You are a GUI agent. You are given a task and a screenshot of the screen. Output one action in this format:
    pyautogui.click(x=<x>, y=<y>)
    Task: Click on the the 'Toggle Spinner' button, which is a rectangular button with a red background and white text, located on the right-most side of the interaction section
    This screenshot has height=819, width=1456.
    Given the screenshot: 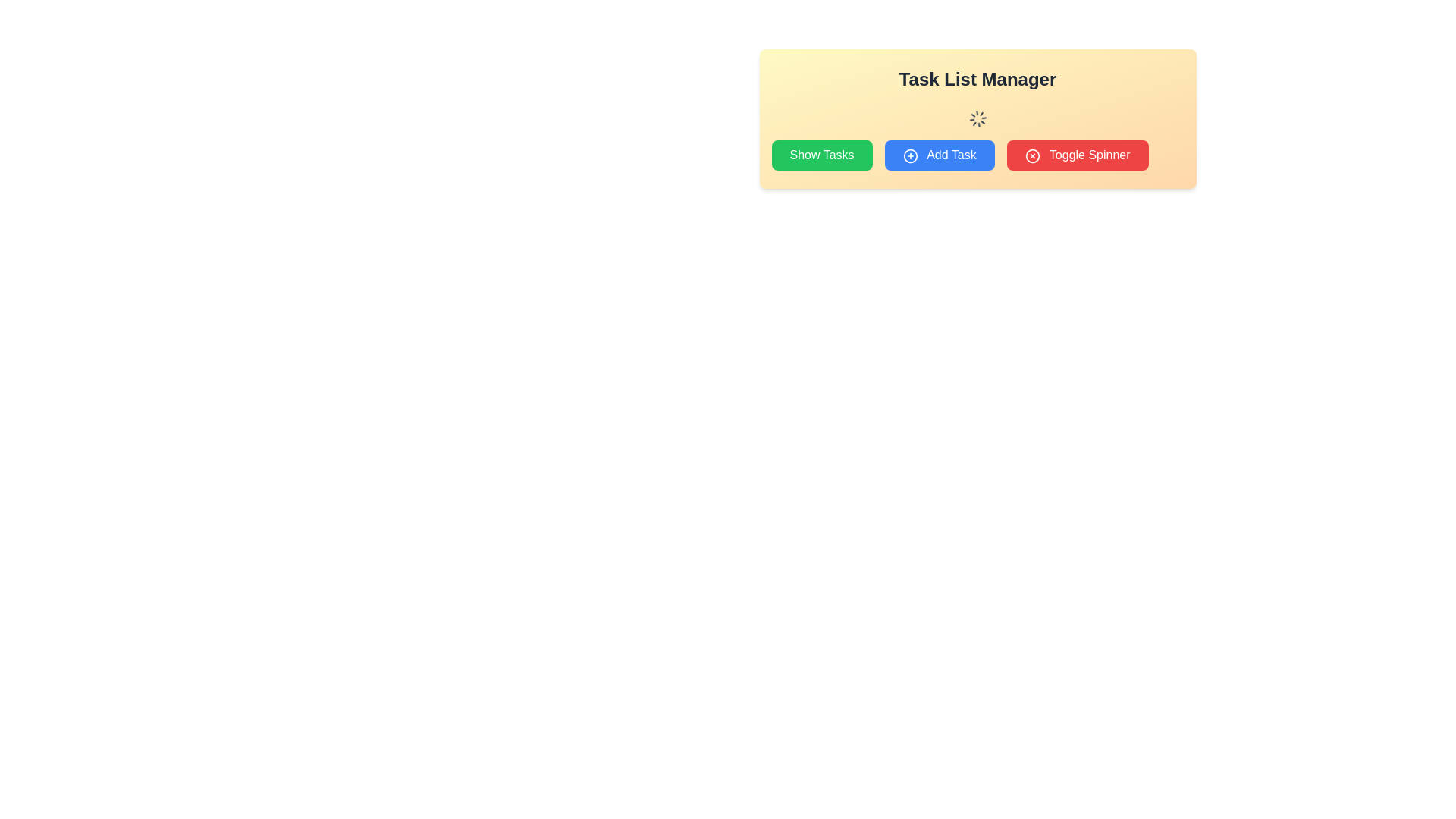 What is the action you would take?
    pyautogui.click(x=1076, y=155)
    